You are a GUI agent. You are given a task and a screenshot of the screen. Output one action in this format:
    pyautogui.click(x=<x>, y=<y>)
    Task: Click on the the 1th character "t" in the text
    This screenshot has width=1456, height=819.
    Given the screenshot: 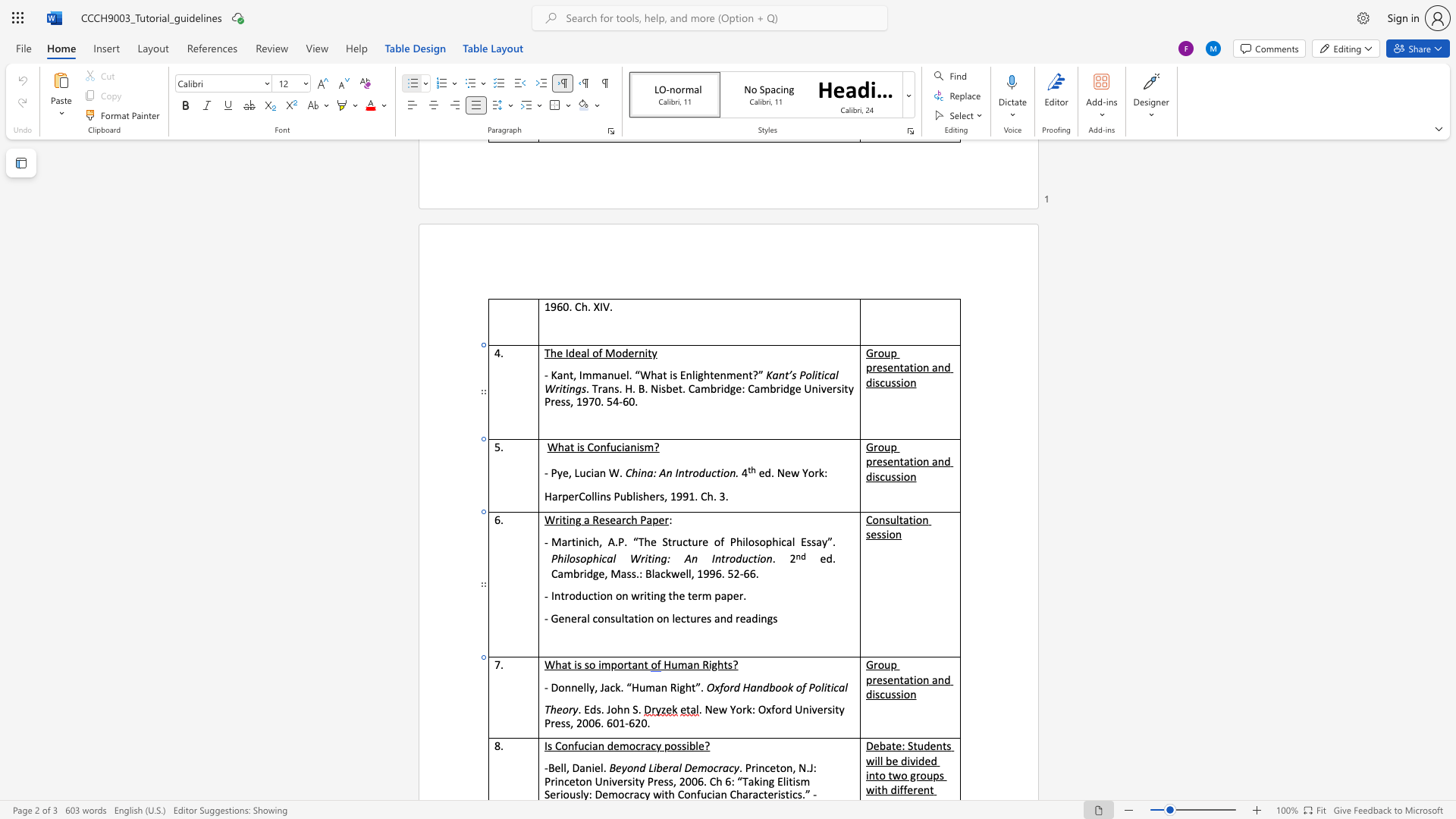 What is the action you would take?
    pyautogui.click(x=562, y=595)
    